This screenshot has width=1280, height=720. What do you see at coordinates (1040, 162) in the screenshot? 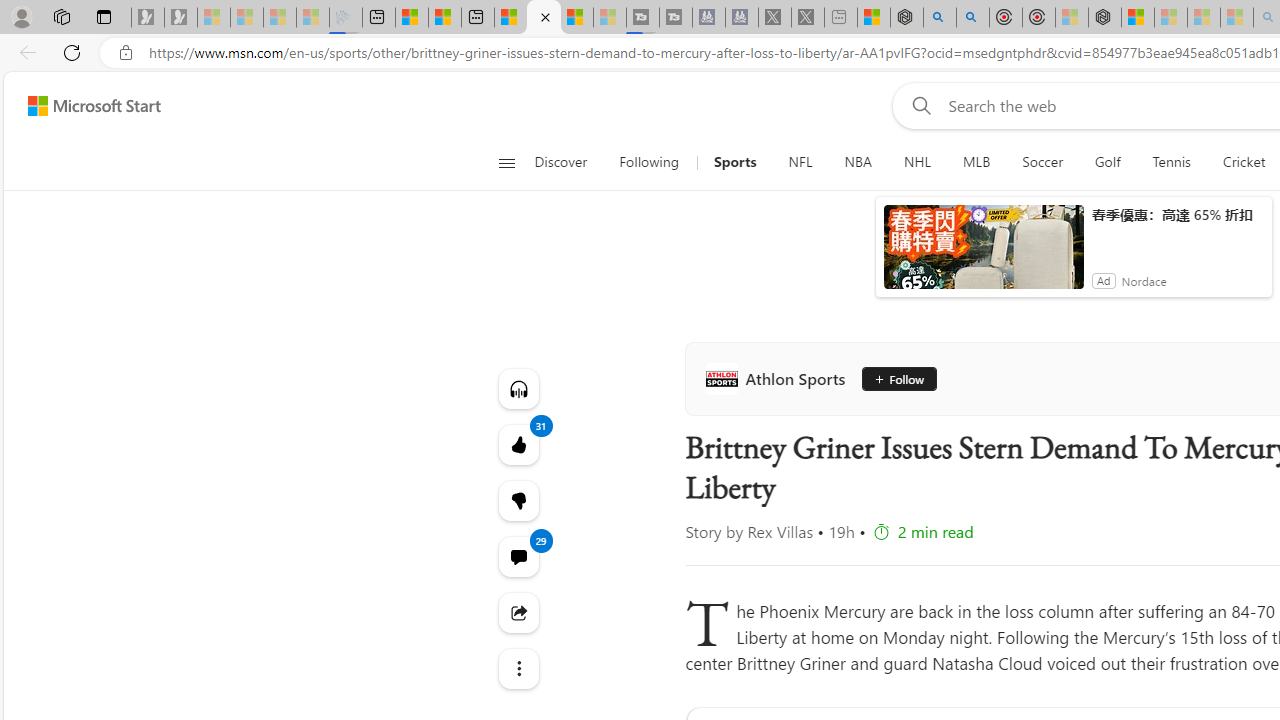
I see `'Soccer'` at bounding box center [1040, 162].